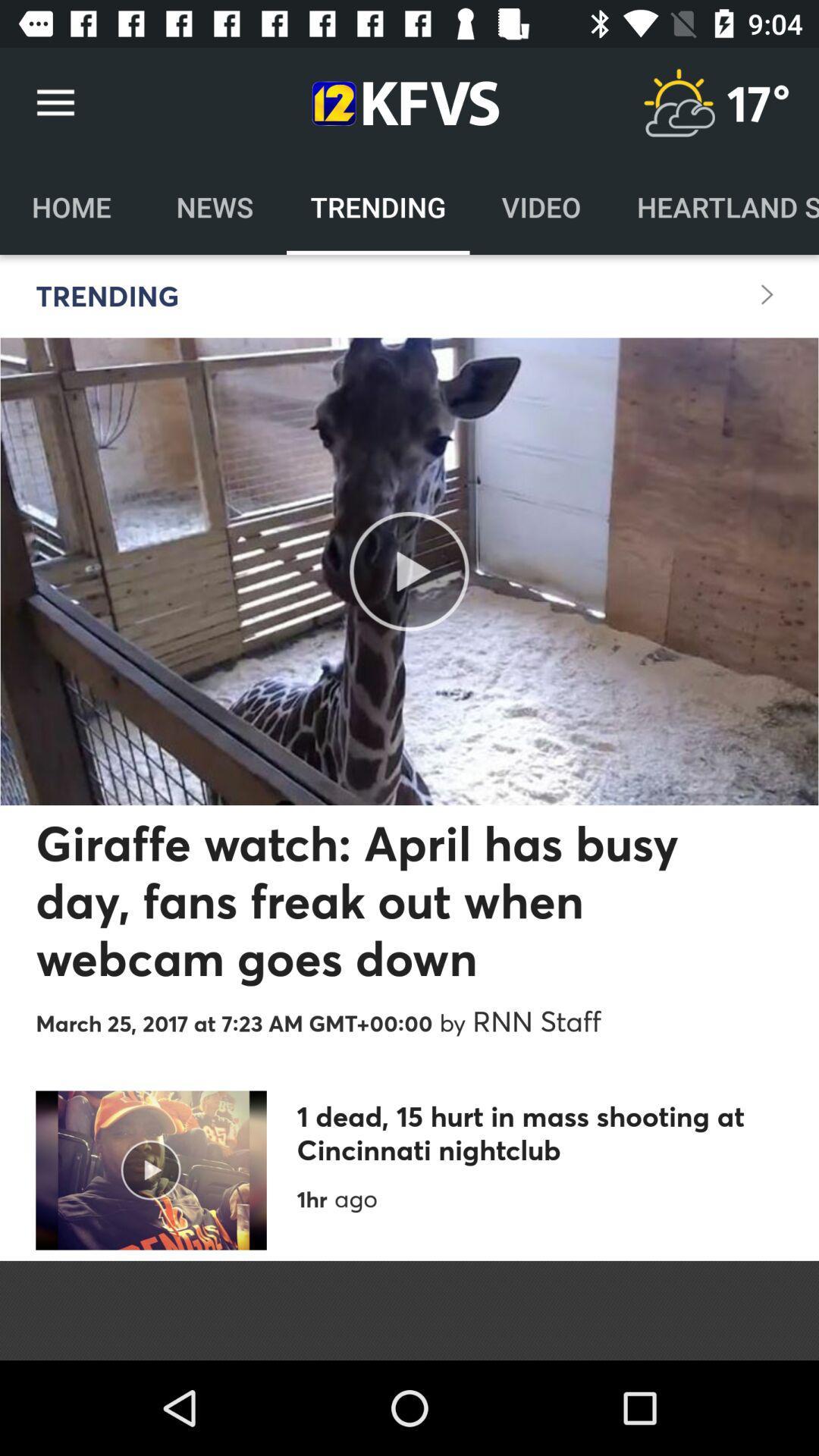  What do you see at coordinates (678, 102) in the screenshot?
I see `weather` at bounding box center [678, 102].